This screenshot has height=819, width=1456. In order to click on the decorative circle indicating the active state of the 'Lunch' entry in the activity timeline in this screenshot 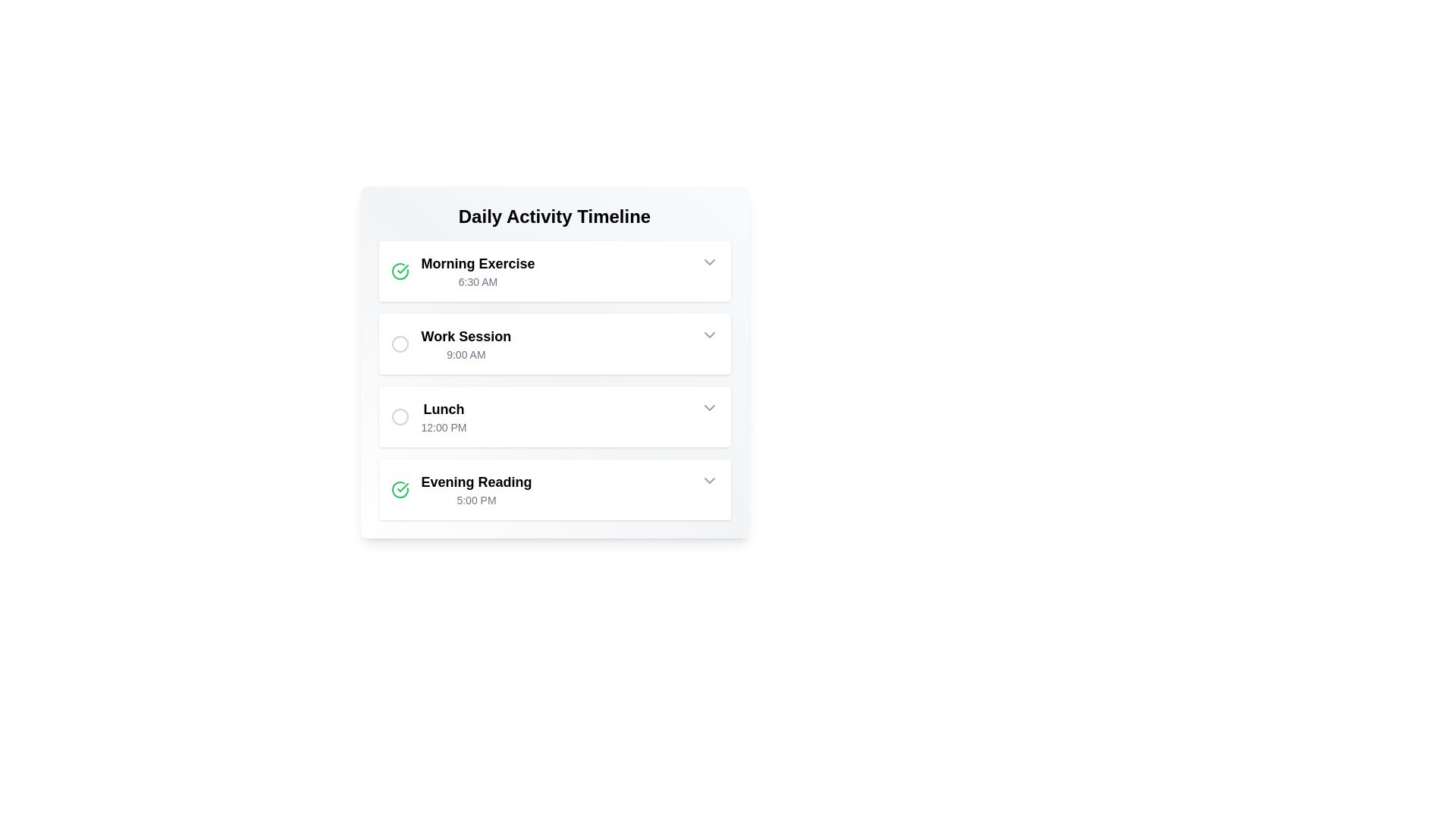, I will do `click(400, 417)`.